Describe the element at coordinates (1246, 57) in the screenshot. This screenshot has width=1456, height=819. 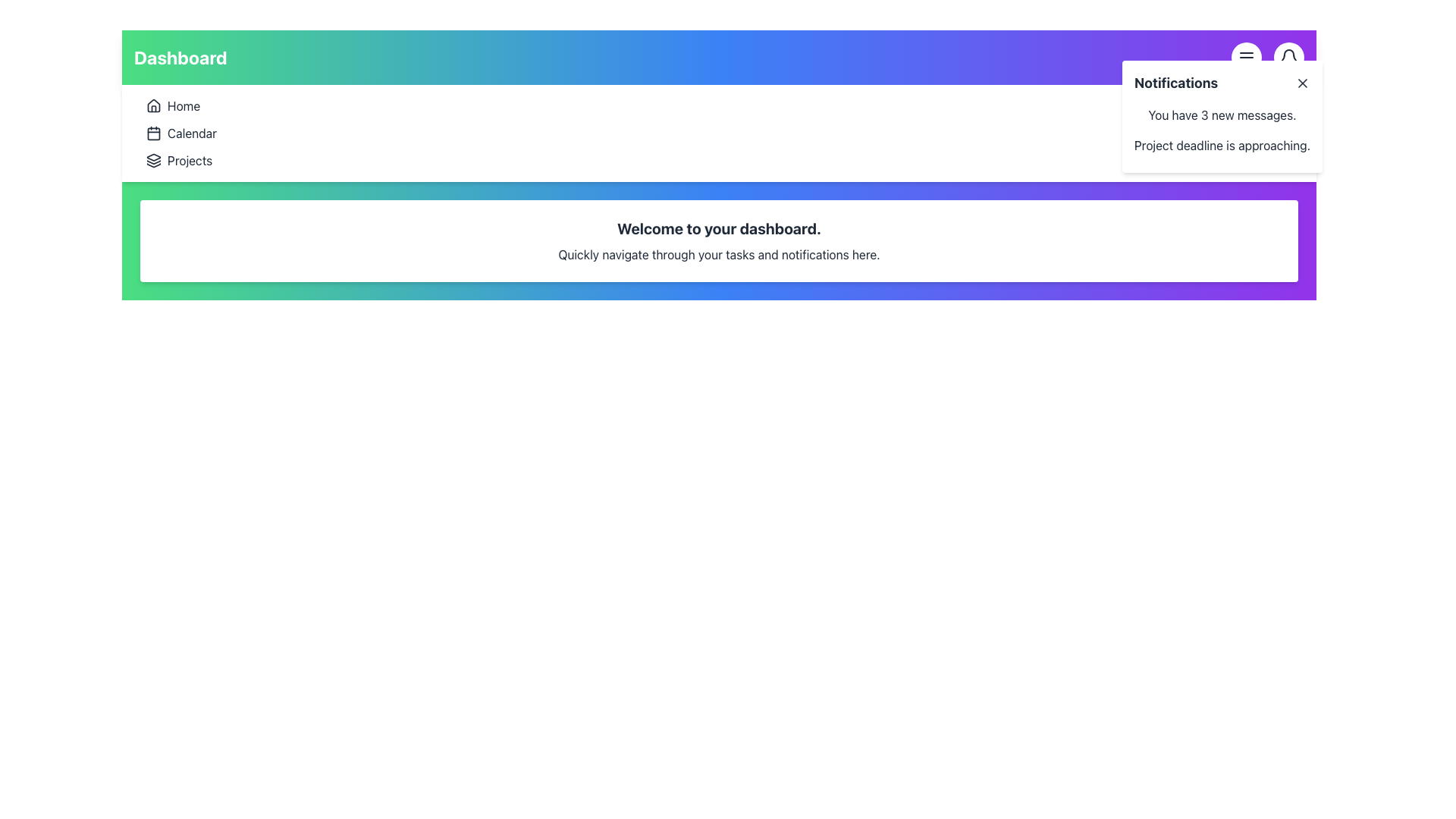
I see `the circular button with a white background and a black hamburger icon located at the top-right corner of the interface` at that location.